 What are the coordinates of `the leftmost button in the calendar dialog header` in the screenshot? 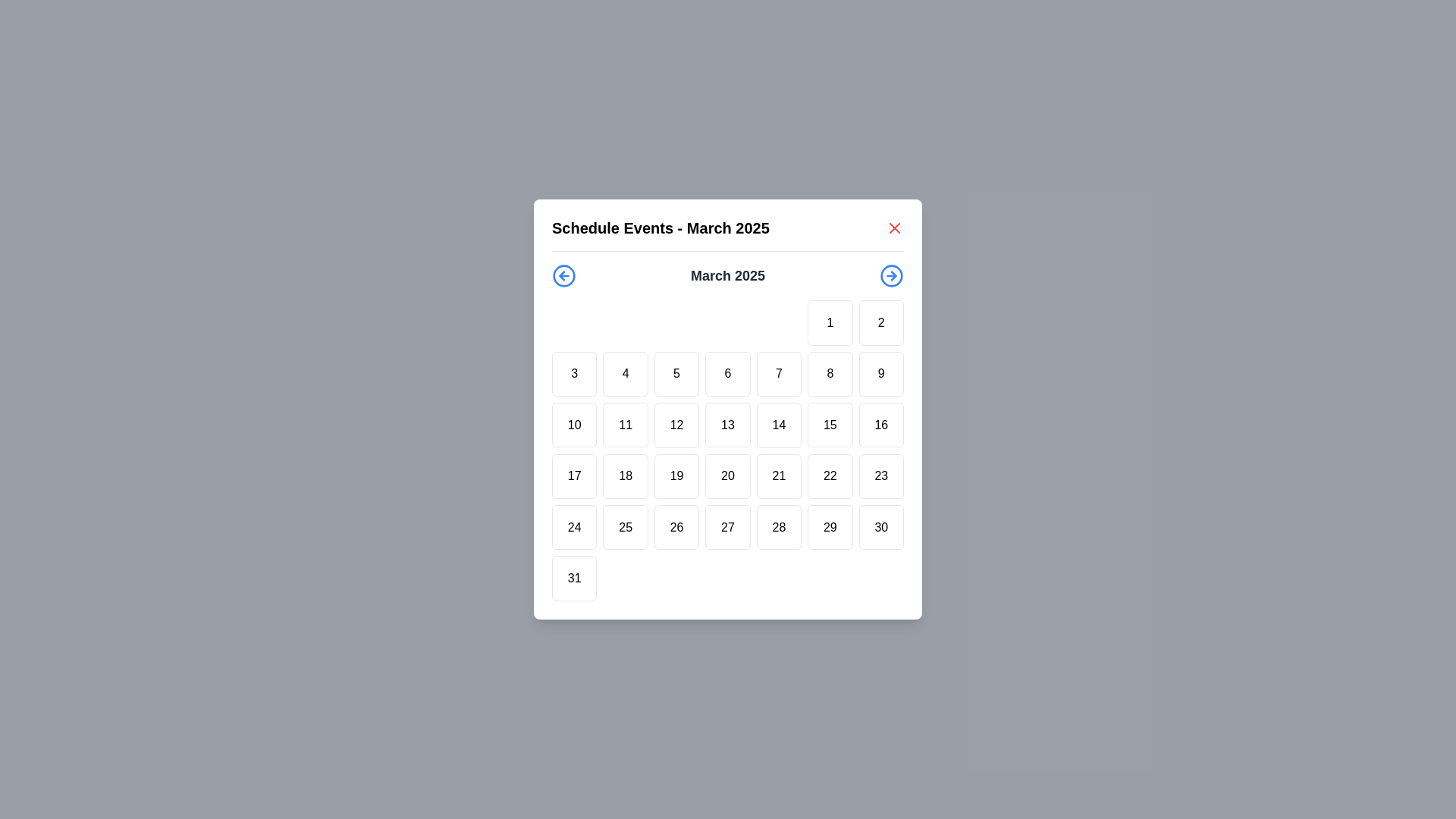 It's located at (563, 275).